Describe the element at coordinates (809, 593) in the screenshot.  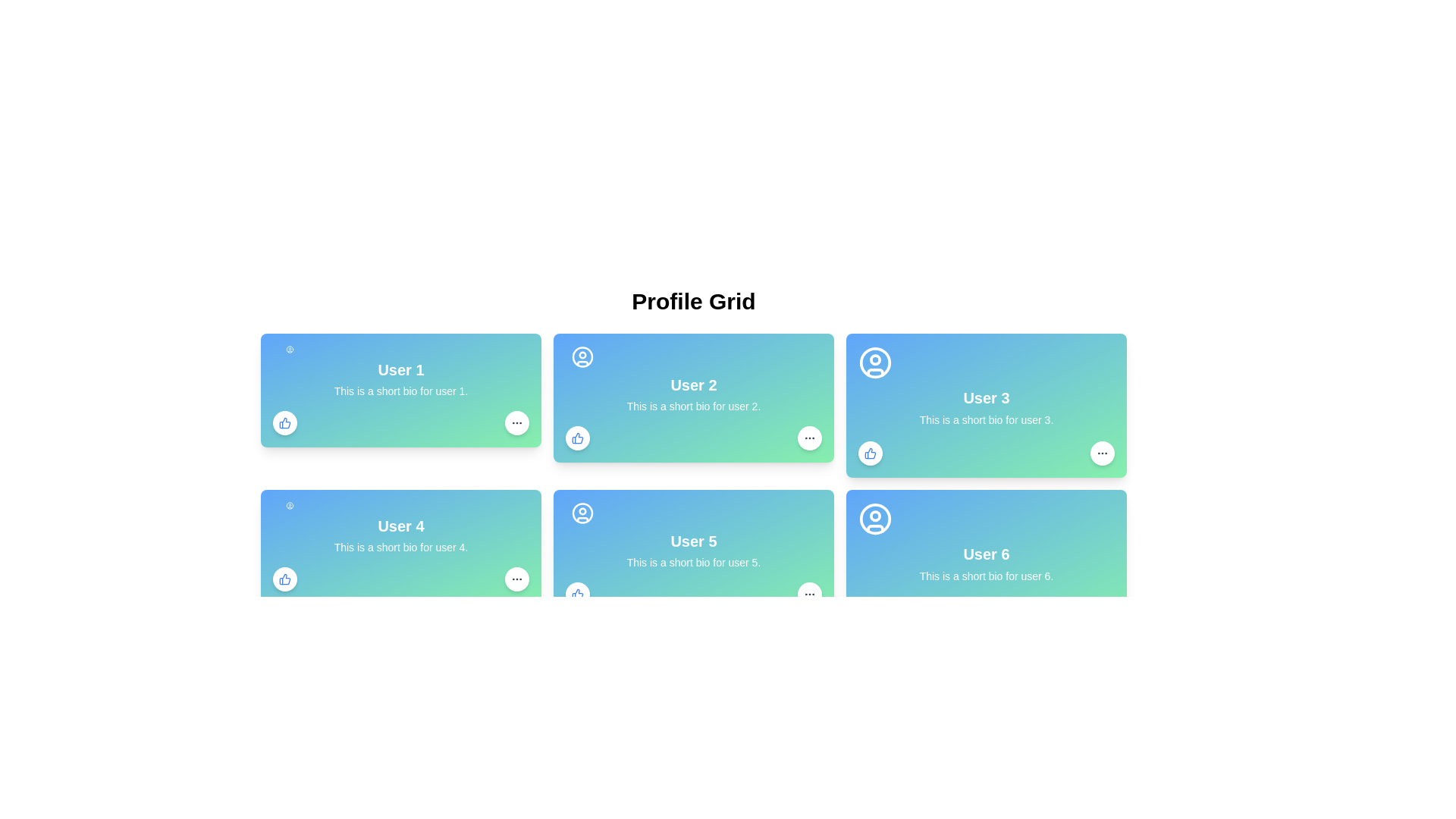
I see `the button that opens additional options for the 'User 5' profile` at that location.